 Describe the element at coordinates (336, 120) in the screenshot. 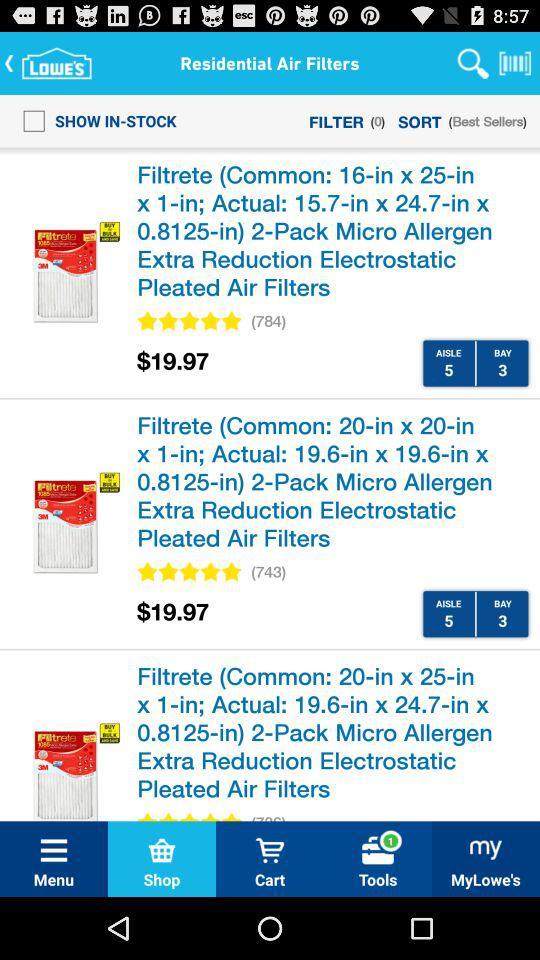

I see `the item next to the (0) icon` at that location.